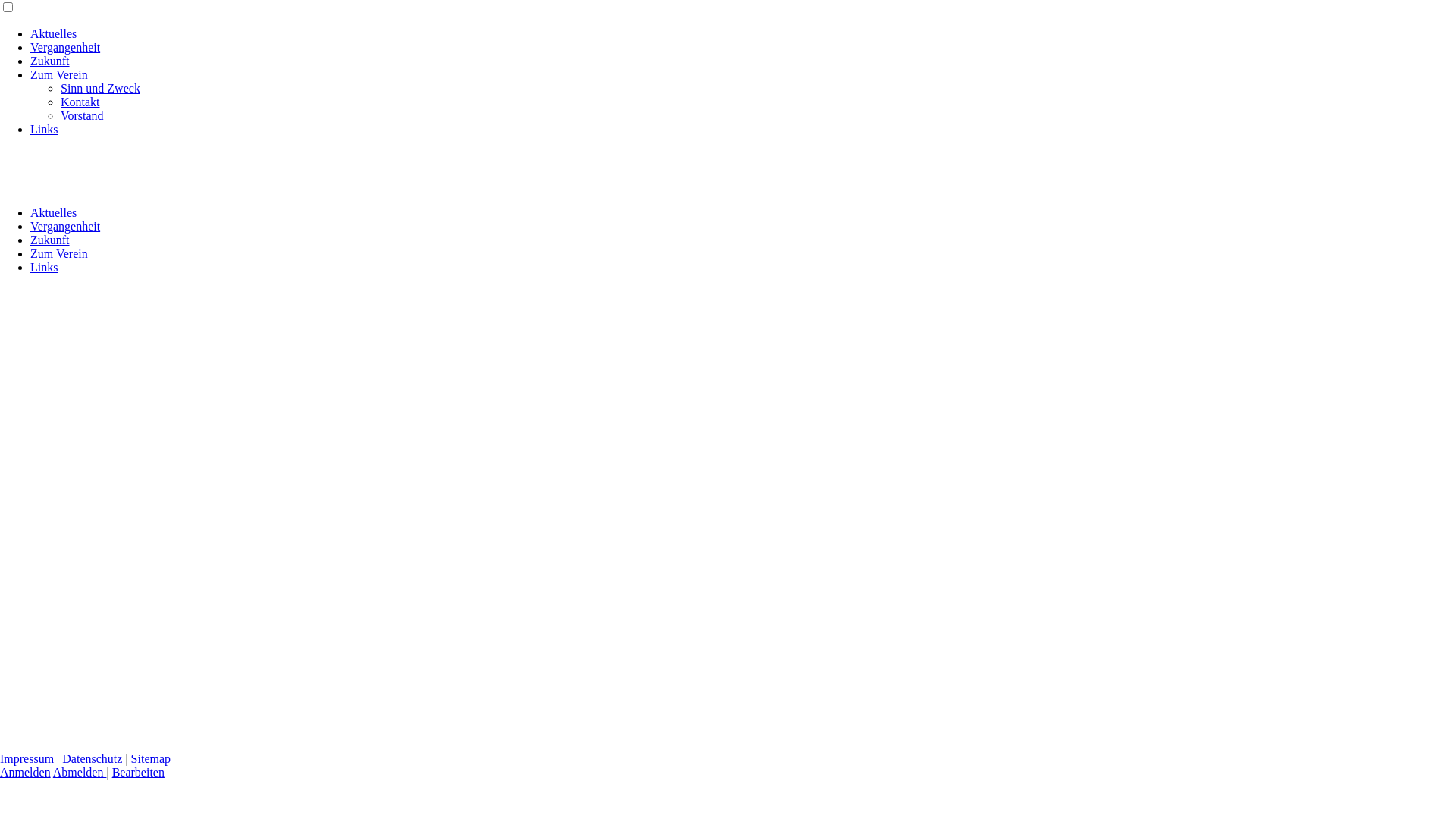  I want to click on 'Aktuelles', so click(53, 33).